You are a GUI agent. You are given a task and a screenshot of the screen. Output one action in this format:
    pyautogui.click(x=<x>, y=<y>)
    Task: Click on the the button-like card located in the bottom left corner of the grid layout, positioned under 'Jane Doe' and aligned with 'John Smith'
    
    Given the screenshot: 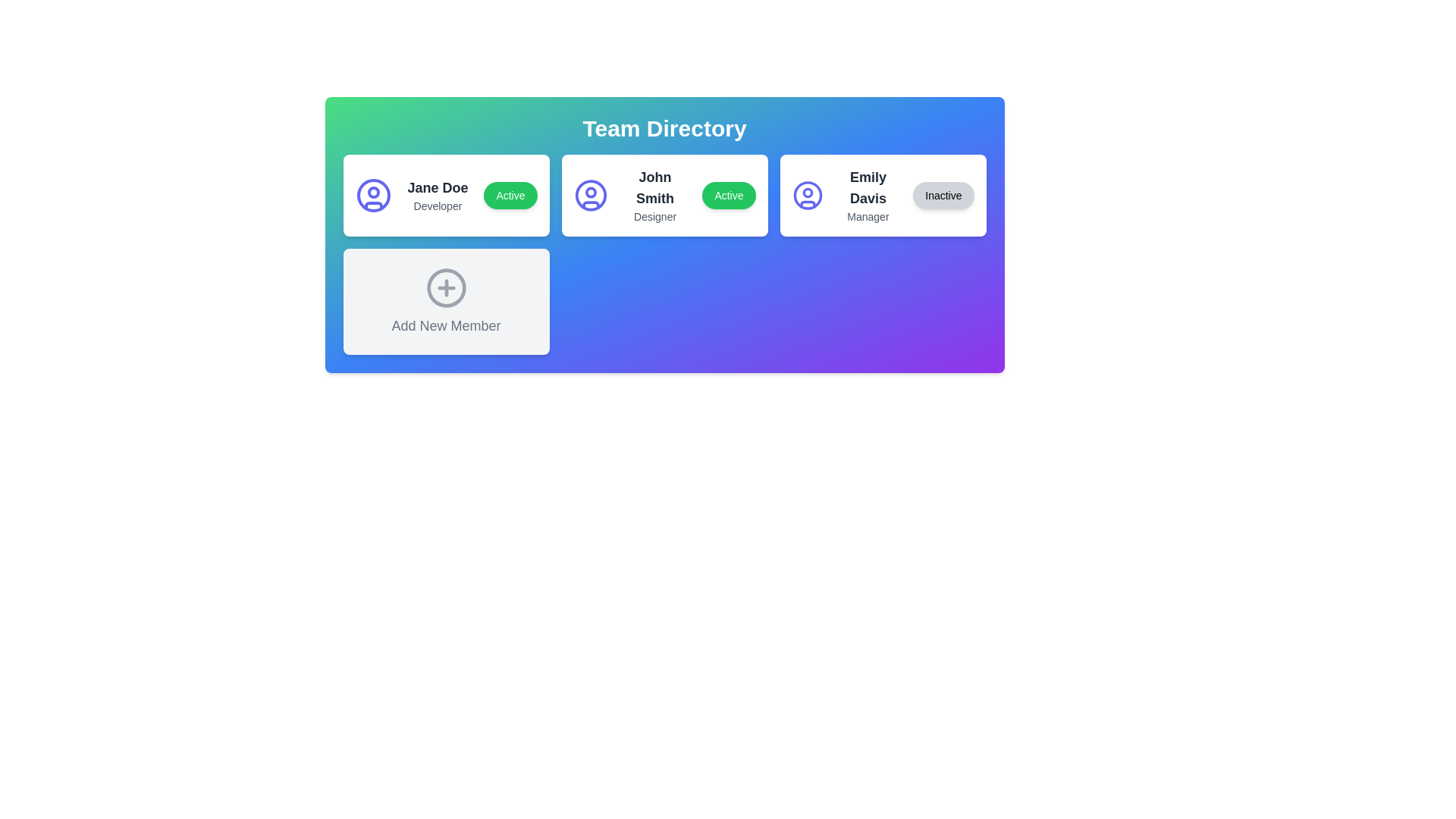 What is the action you would take?
    pyautogui.click(x=445, y=301)
    